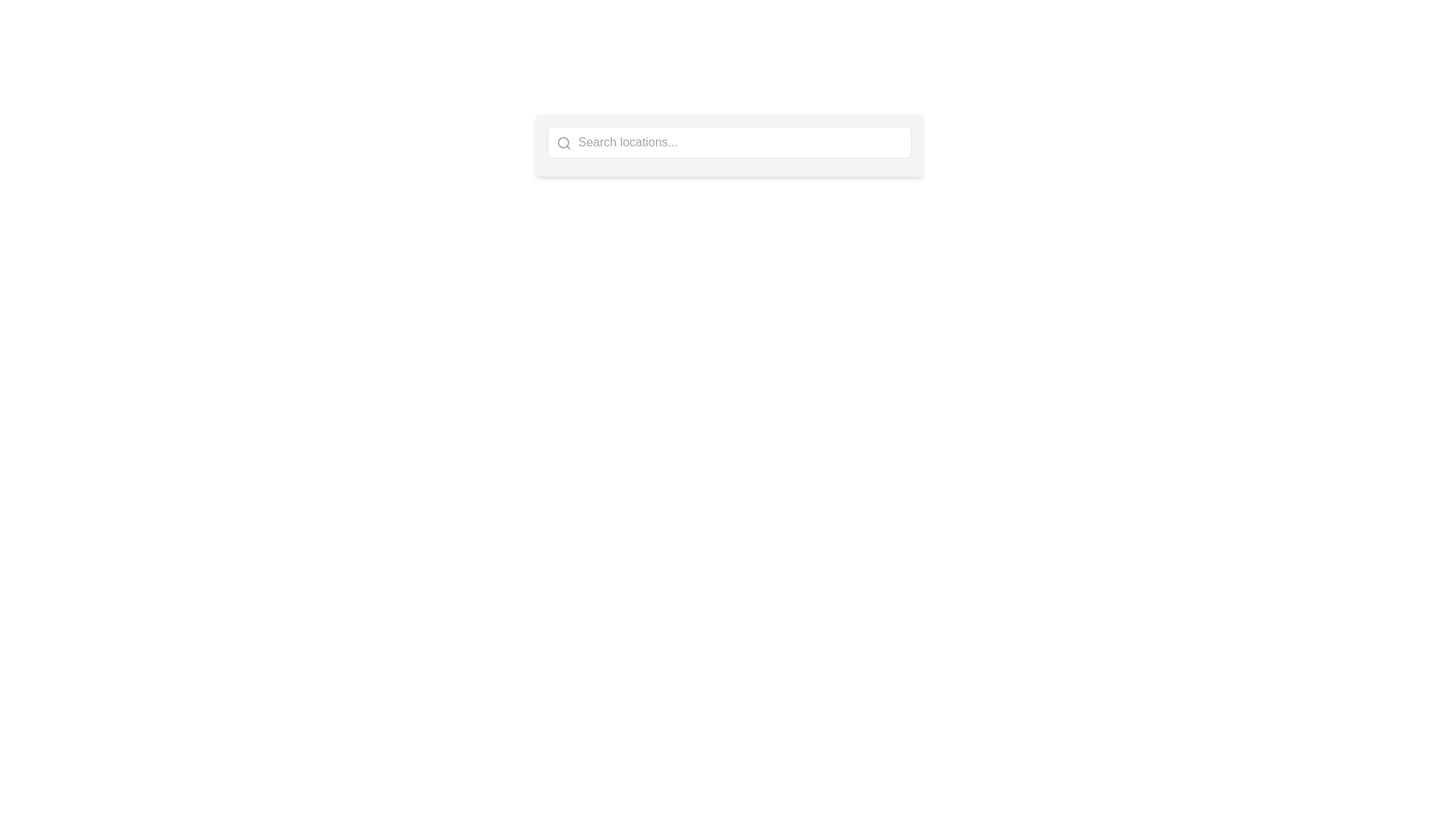 This screenshot has width=1456, height=819. I want to click on the input field associated with the search icon located on the left side of the search bar, next to the placeholder text 'Search locations...', so click(563, 143).